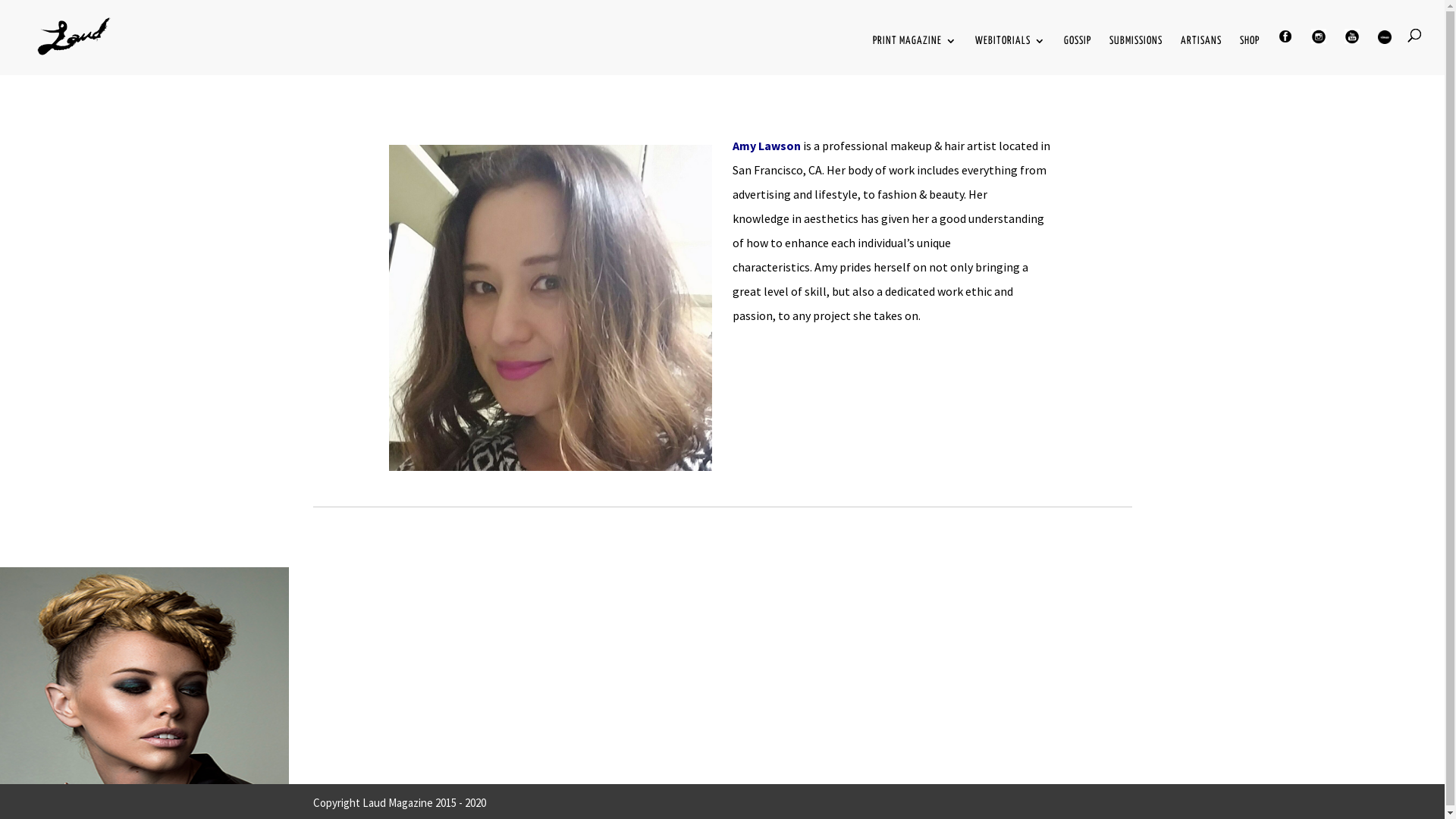 Image resolution: width=1456 pixels, height=819 pixels. What do you see at coordinates (1200, 55) in the screenshot?
I see `'ARTISANS'` at bounding box center [1200, 55].